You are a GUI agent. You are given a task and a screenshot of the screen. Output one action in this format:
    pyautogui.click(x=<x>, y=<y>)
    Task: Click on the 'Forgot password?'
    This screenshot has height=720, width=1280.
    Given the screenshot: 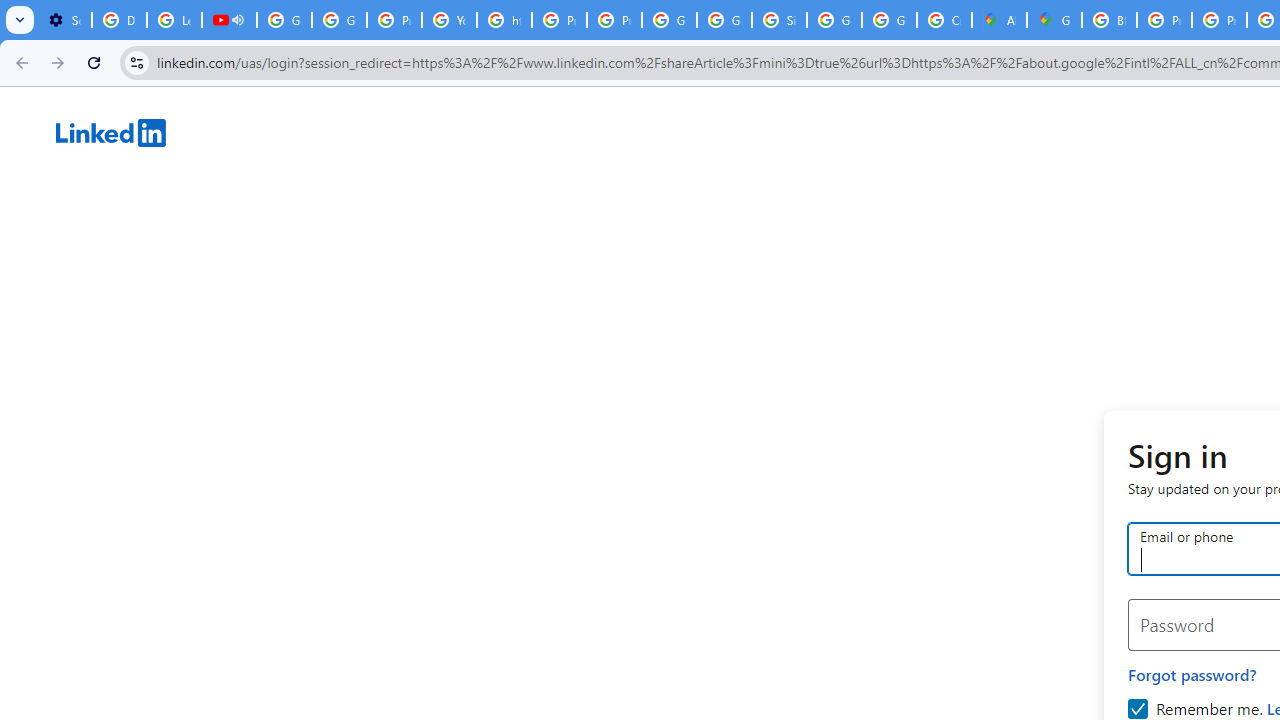 What is the action you would take?
    pyautogui.click(x=1192, y=674)
    